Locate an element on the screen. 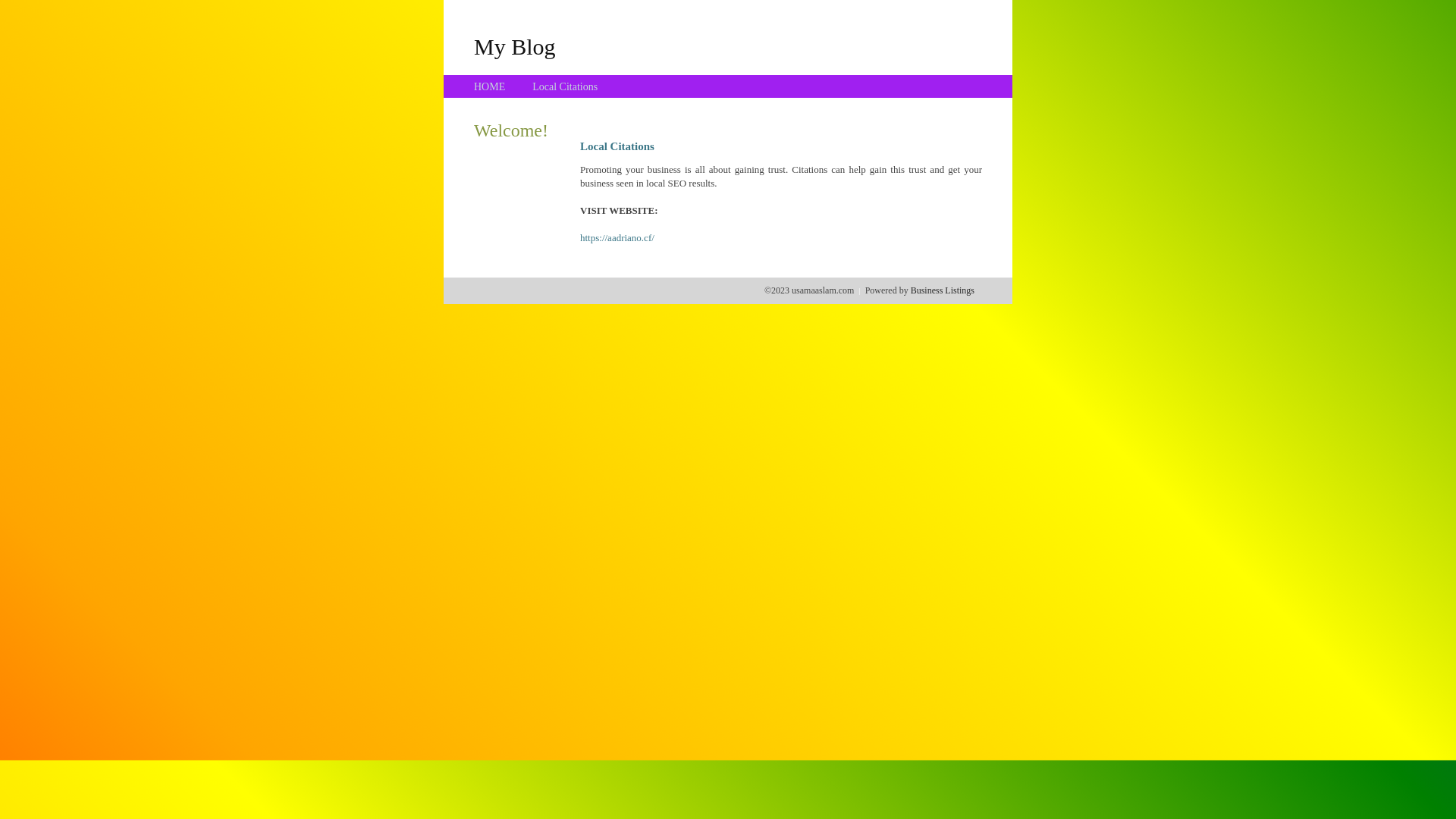  'HOME' is located at coordinates (489, 86).